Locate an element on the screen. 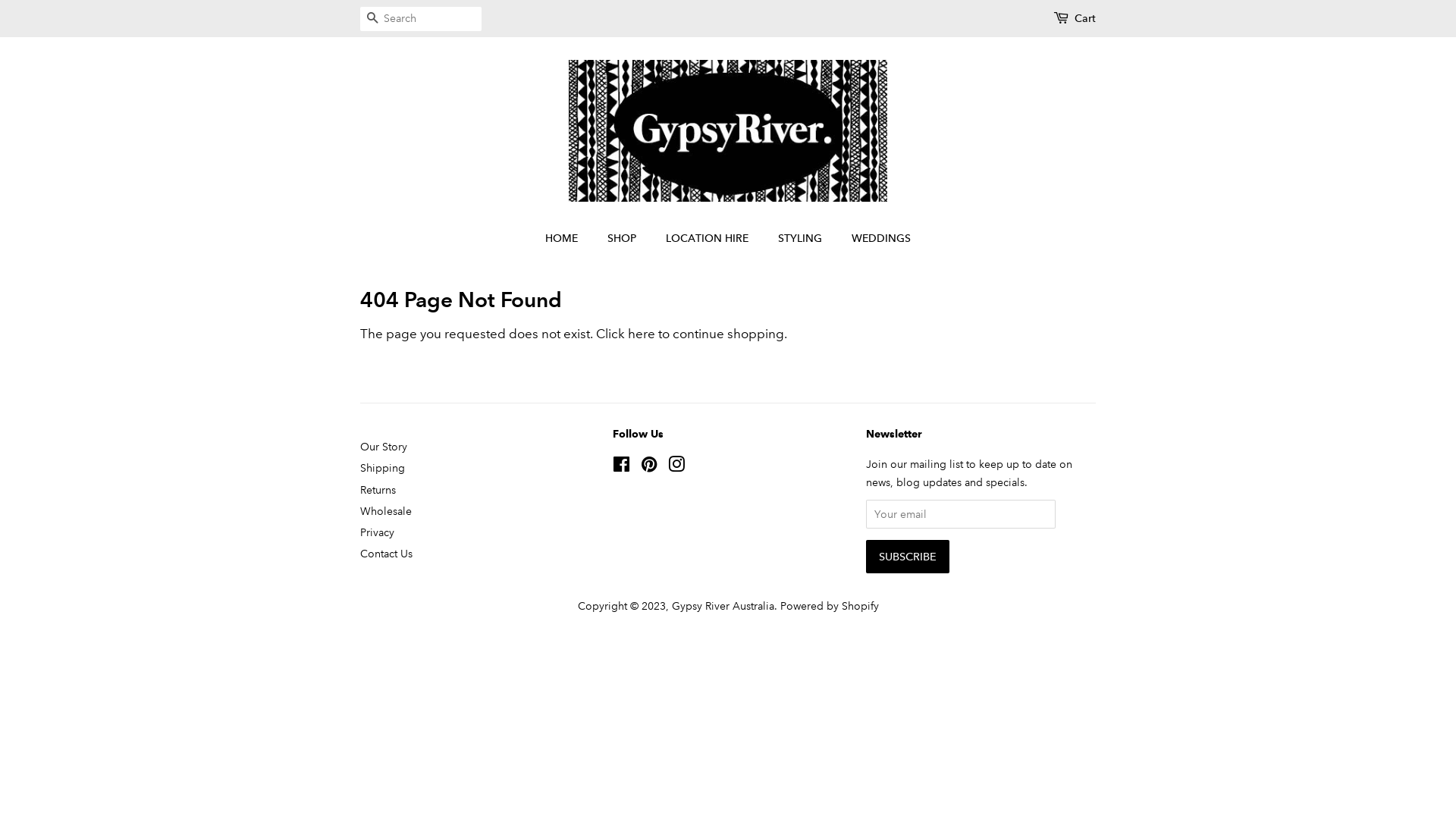 This screenshot has width=1456, height=819. 'Returns' is located at coordinates (378, 489).